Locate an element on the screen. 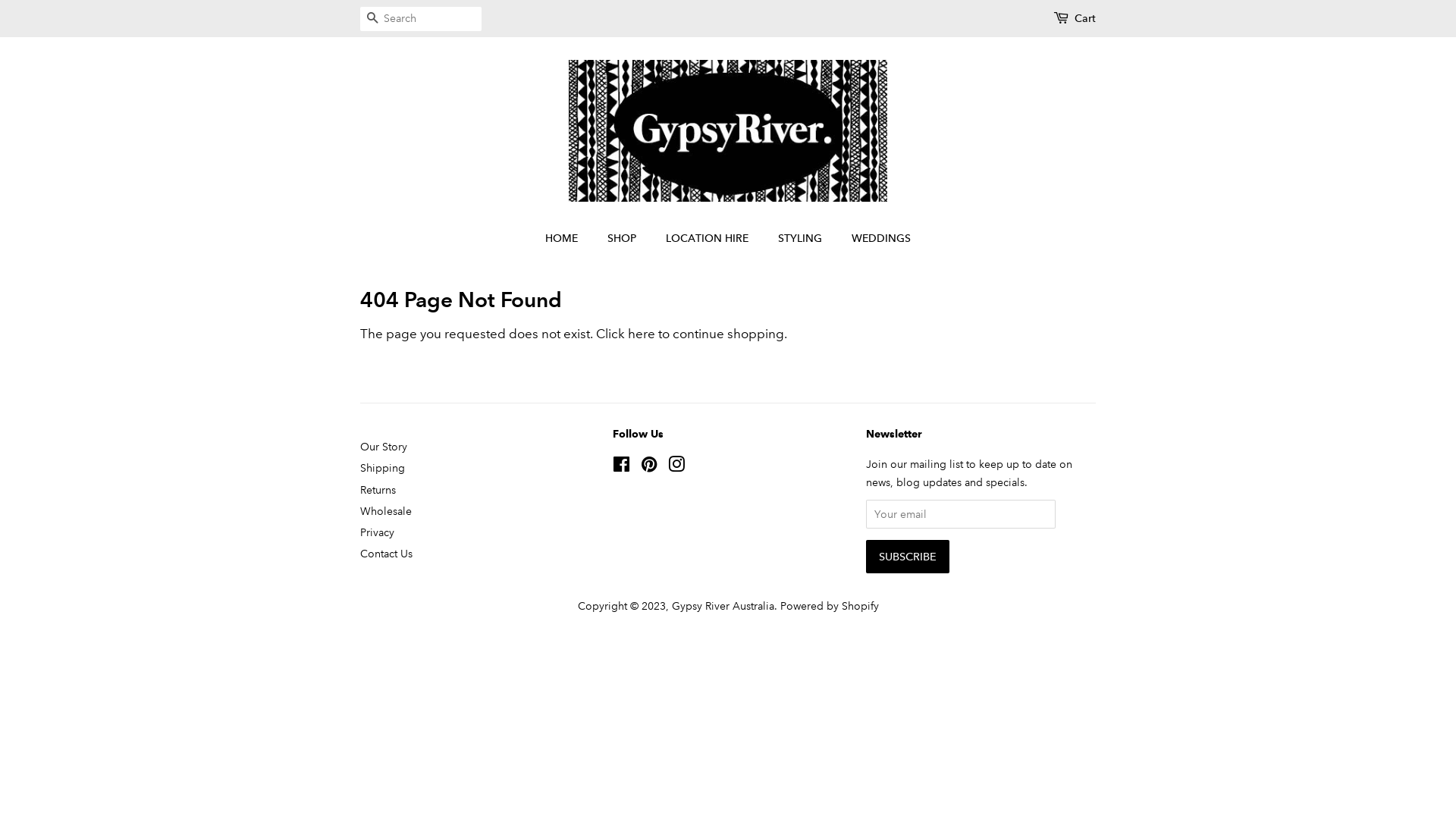 This screenshot has width=1456, height=819. 'Returns' is located at coordinates (378, 489).